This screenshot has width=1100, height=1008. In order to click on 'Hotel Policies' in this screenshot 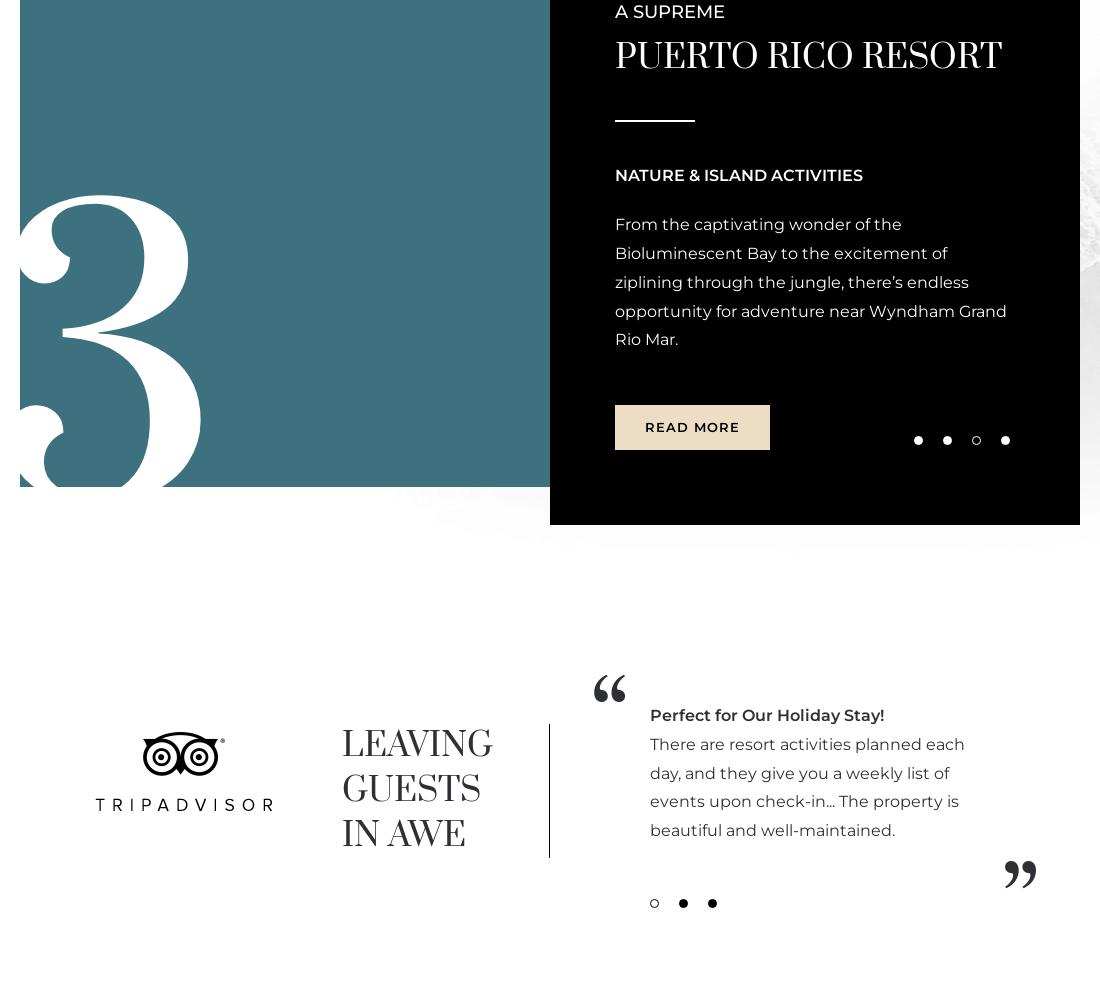, I will do `click(660, 341)`.